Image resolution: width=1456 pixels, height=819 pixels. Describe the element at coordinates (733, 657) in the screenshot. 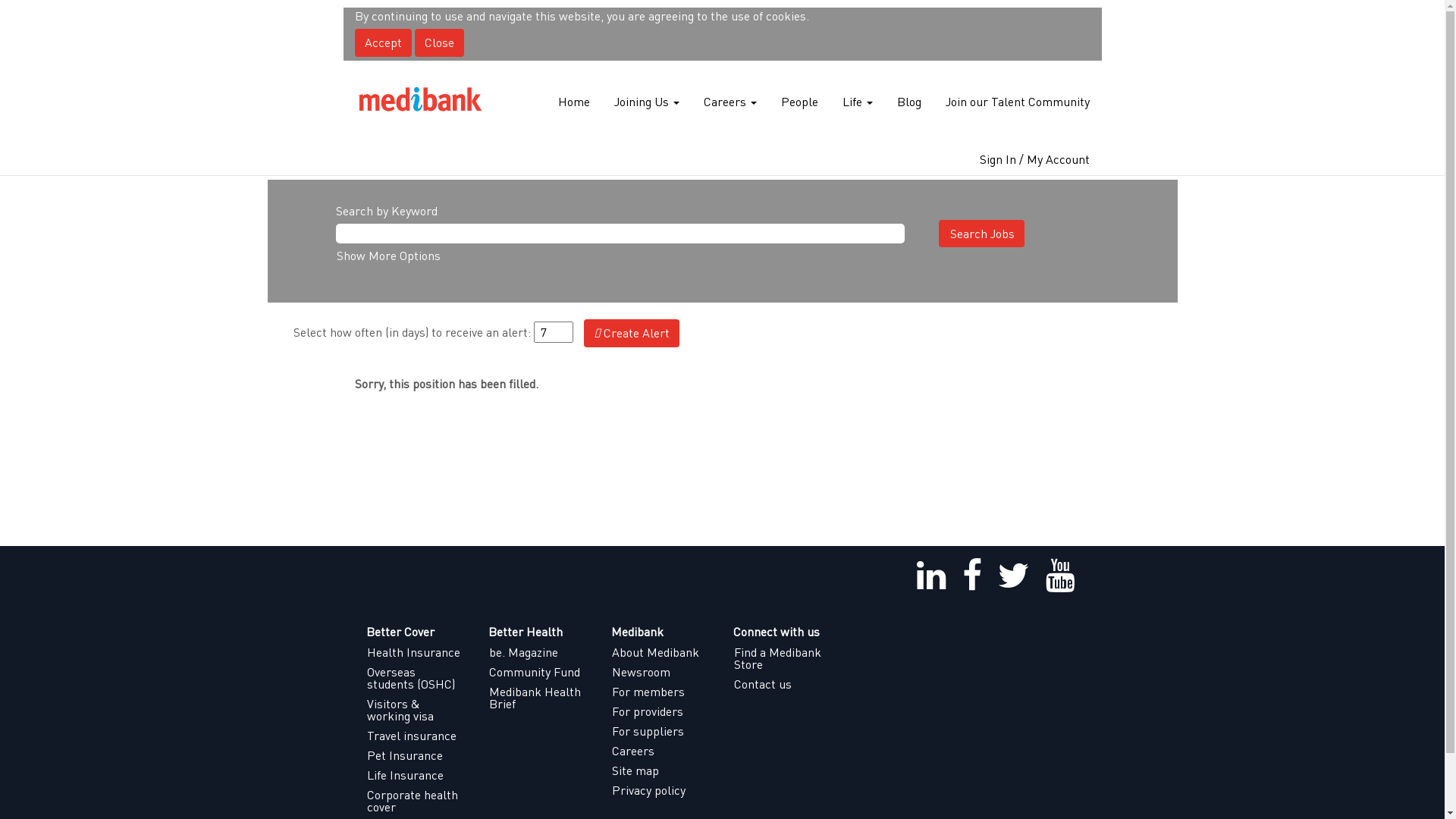

I see `'Find a Medibank Store'` at that location.